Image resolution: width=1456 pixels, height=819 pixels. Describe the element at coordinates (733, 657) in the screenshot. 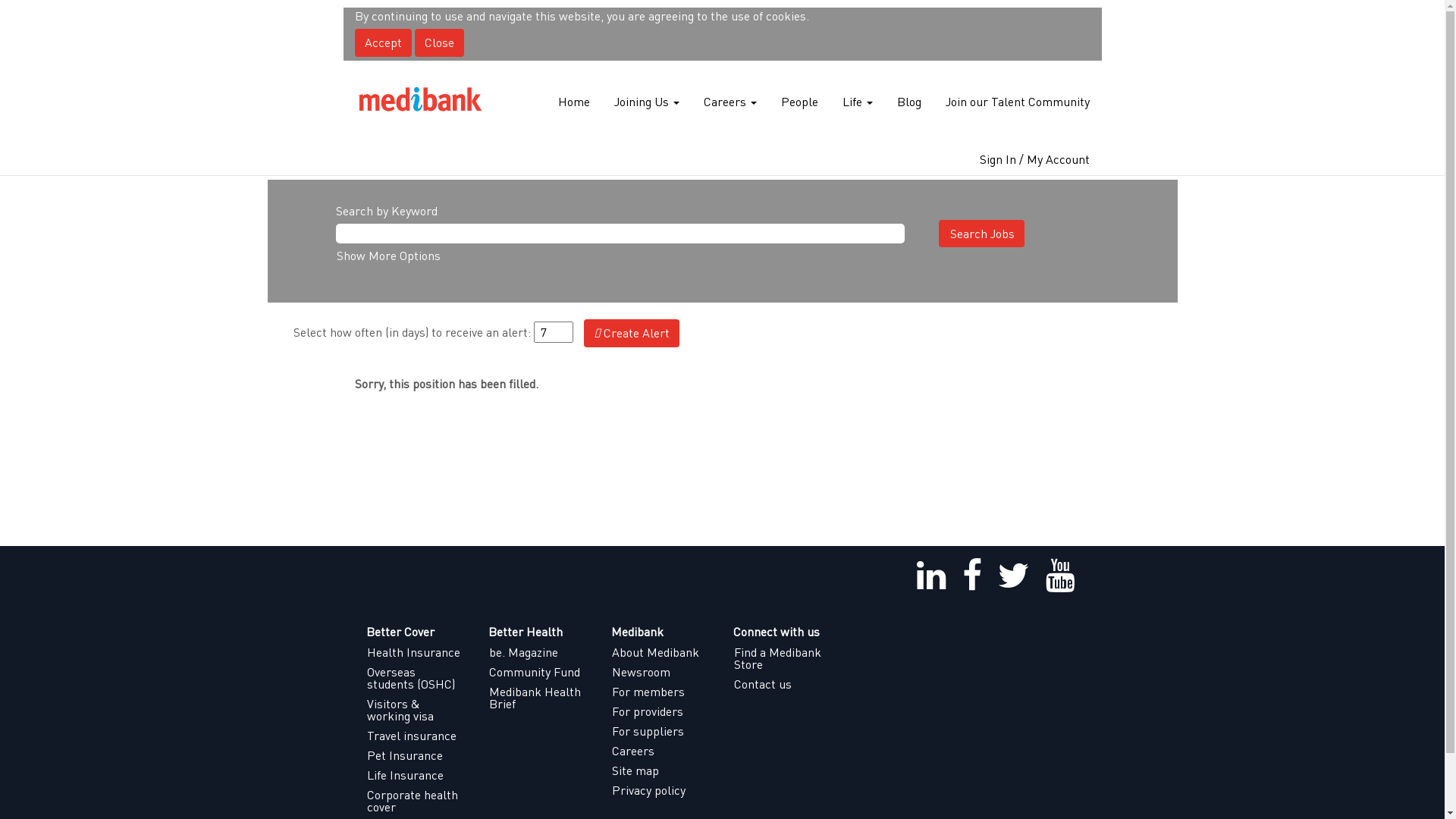

I see `'Find a Medibank Store'` at that location.